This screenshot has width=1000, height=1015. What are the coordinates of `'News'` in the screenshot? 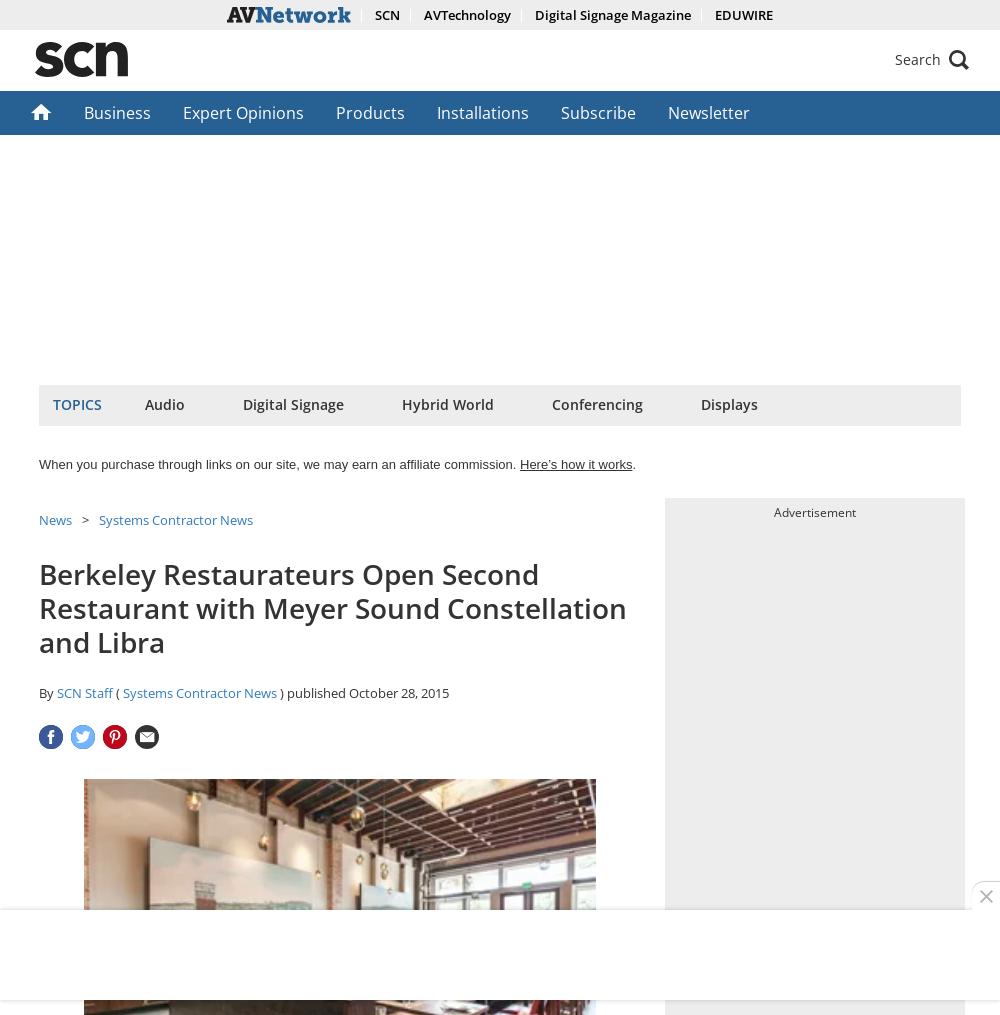 It's located at (55, 519).